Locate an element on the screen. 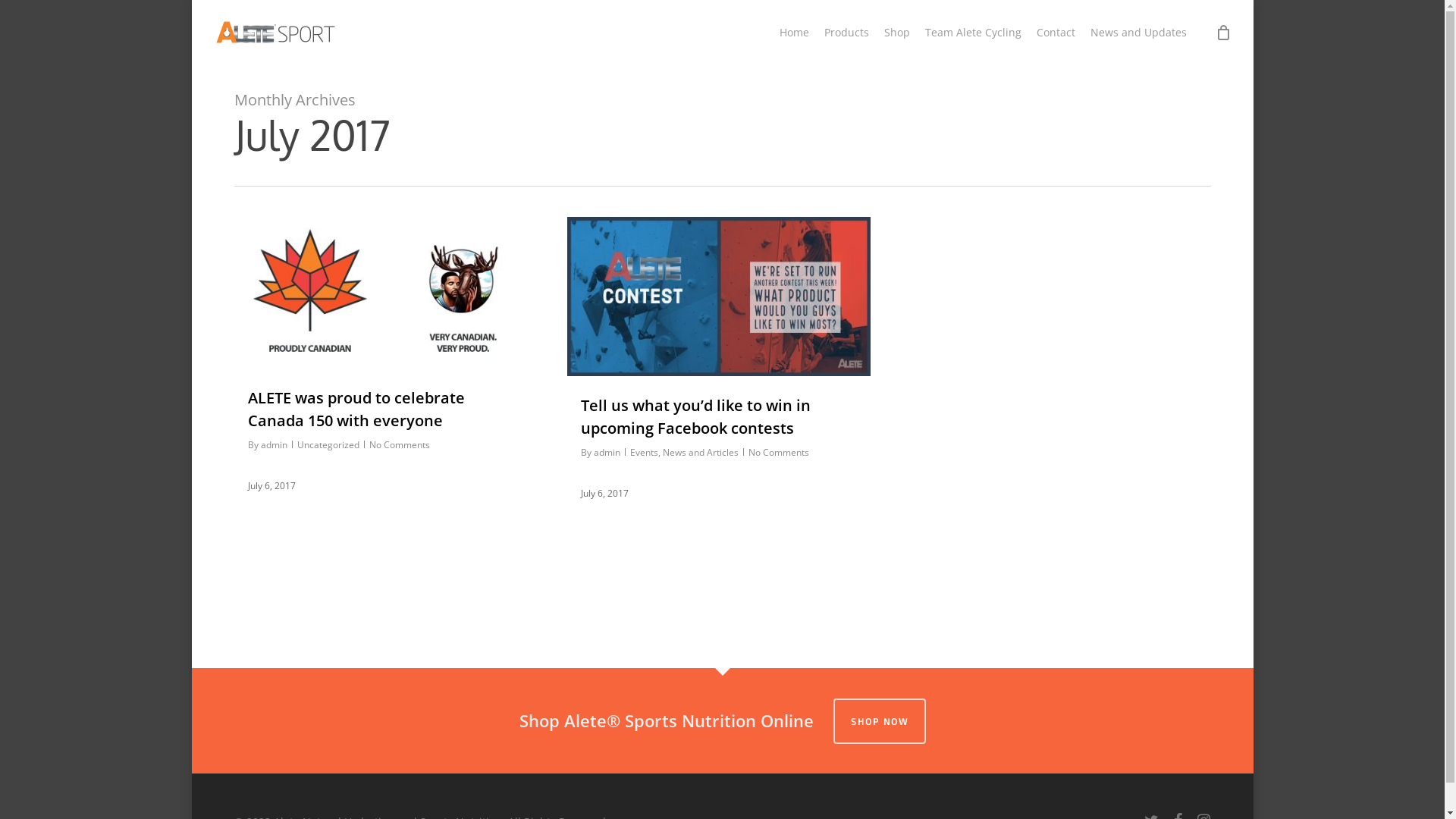 This screenshot has width=1456, height=819. 'News and Articles' is located at coordinates (700, 451).